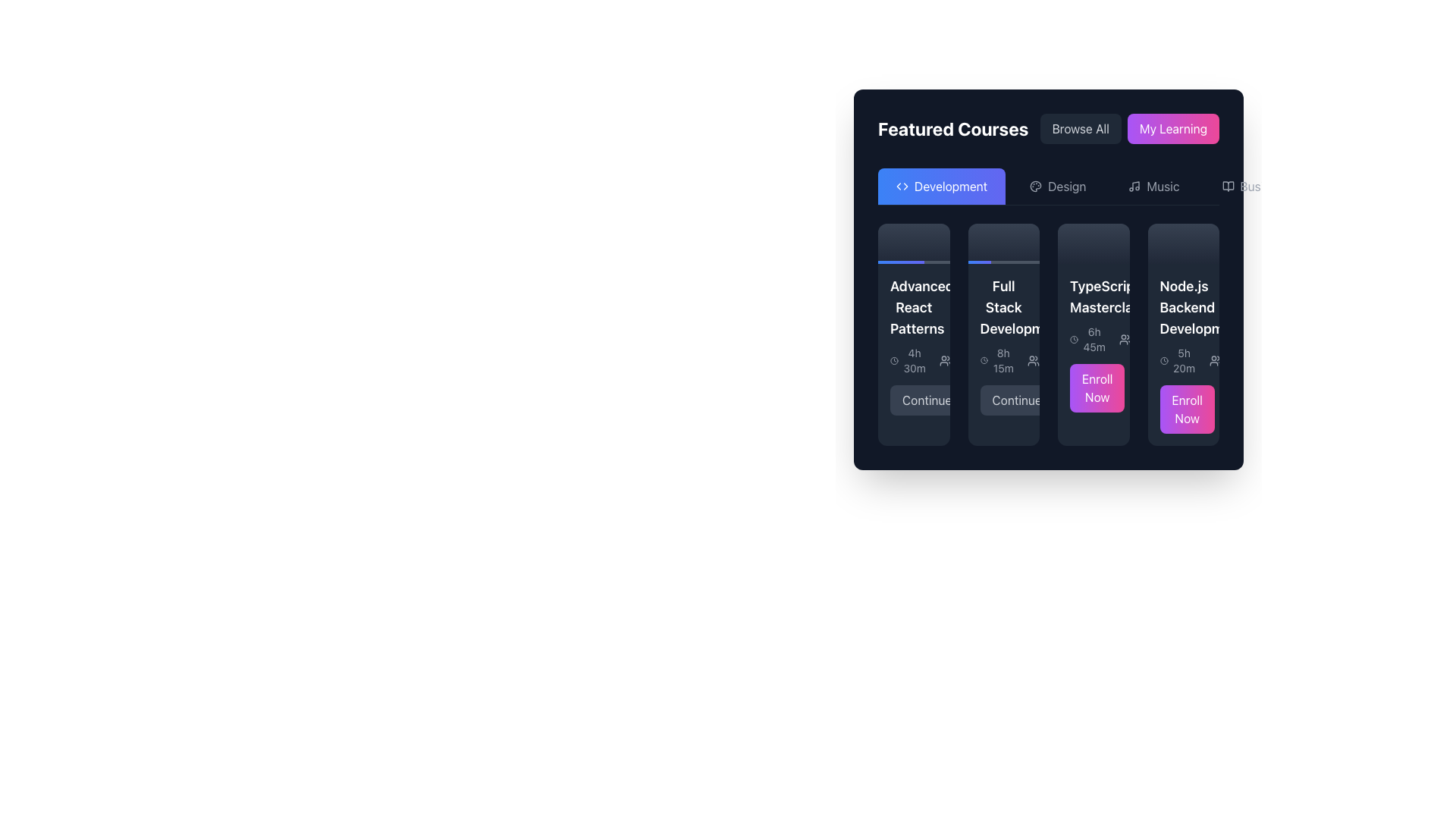 The height and width of the screenshot is (819, 1456). I want to click on the user icon that represents multiple users, styled in white with minimalistic outlines, located at the top-right corner of the featured course section, so click(1125, 339).